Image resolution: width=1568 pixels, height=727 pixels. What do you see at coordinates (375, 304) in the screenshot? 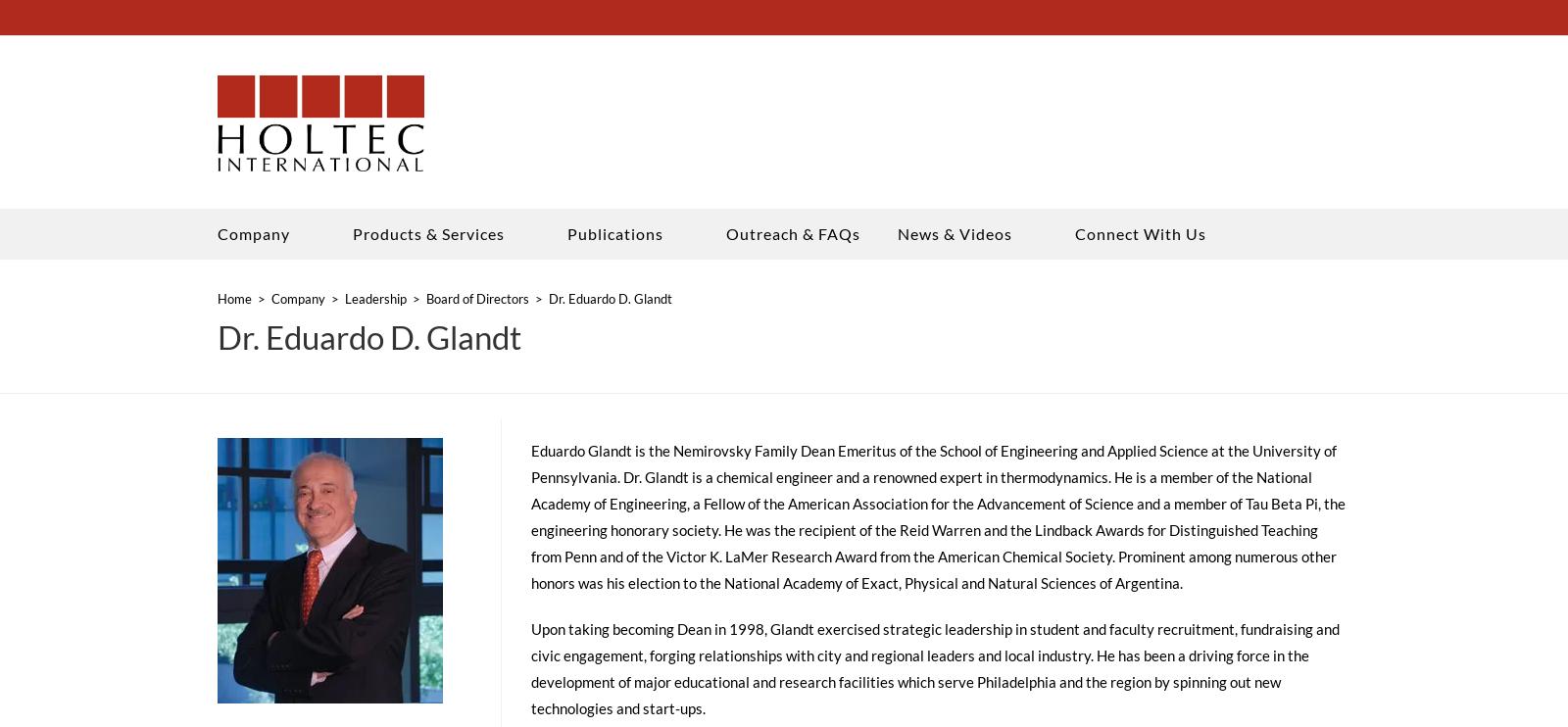
I see `'Leadership'` at bounding box center [375, 304].